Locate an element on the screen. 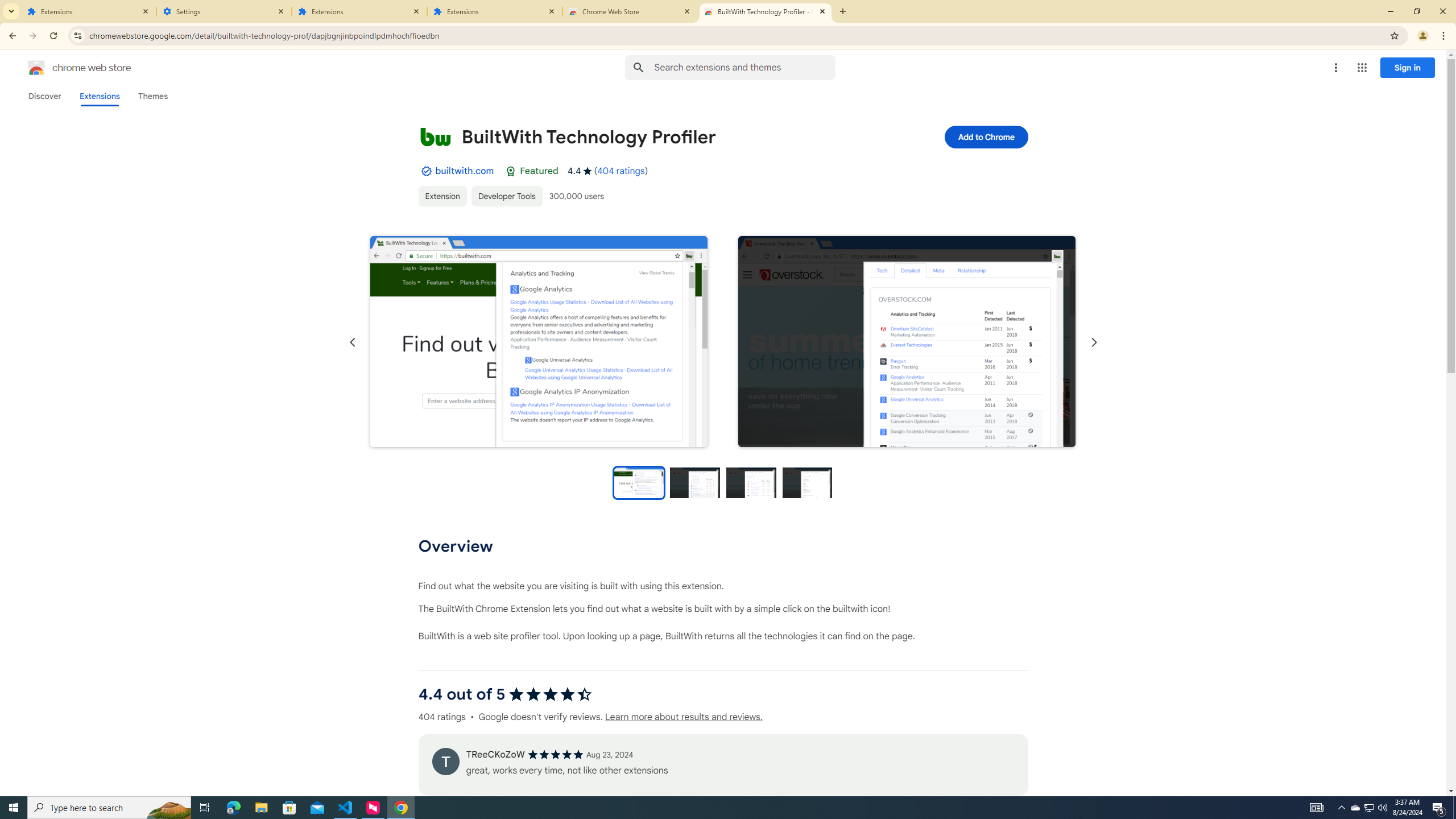  'More options menu' is located at coordinates (1335, 67).